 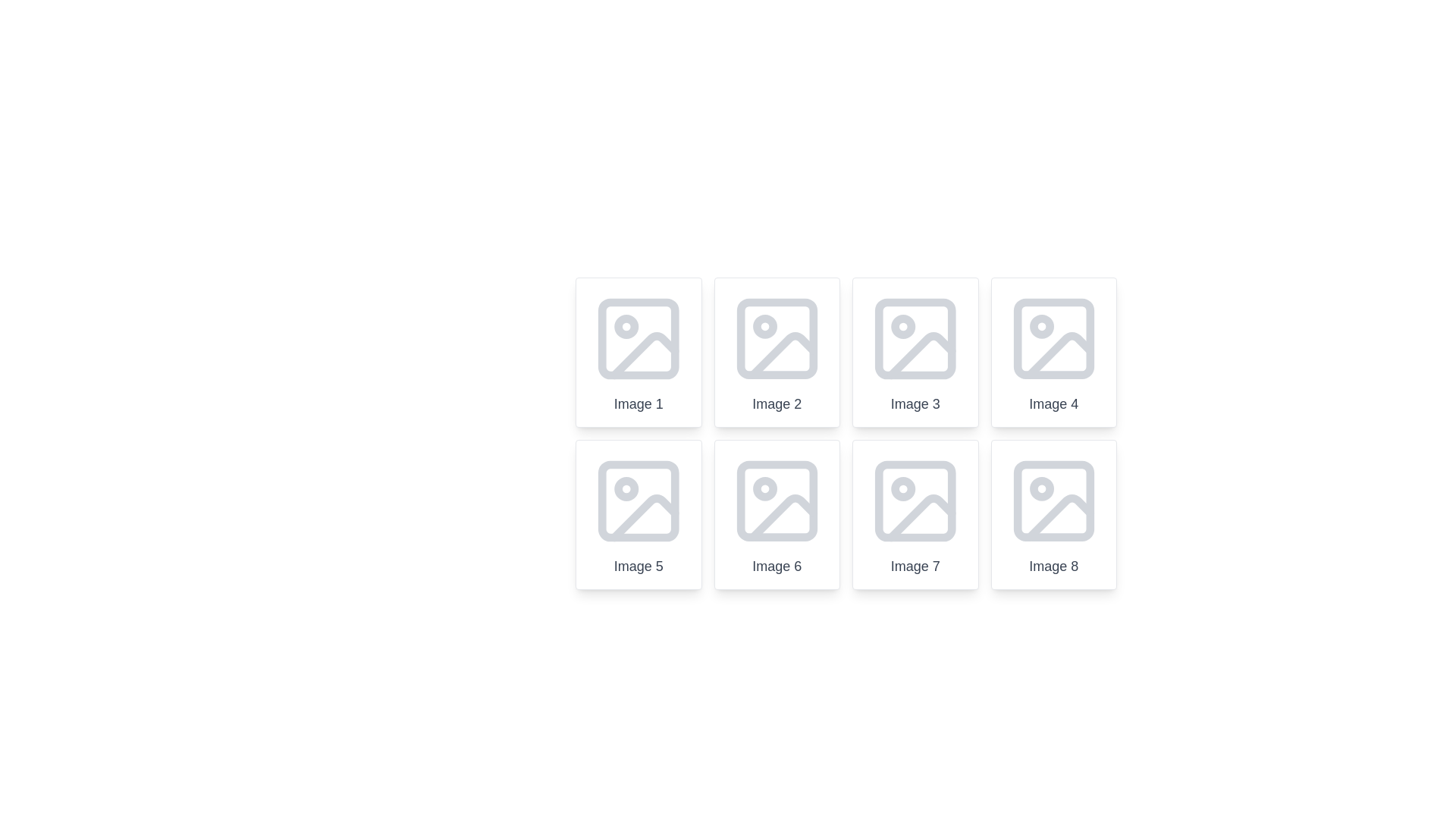 What do you see at coordinates (777, 403) in the screenshot?
I see `the text label located below the image placeholder, which serves as a descriptor for the visual element` at bounding box center [777, 403].